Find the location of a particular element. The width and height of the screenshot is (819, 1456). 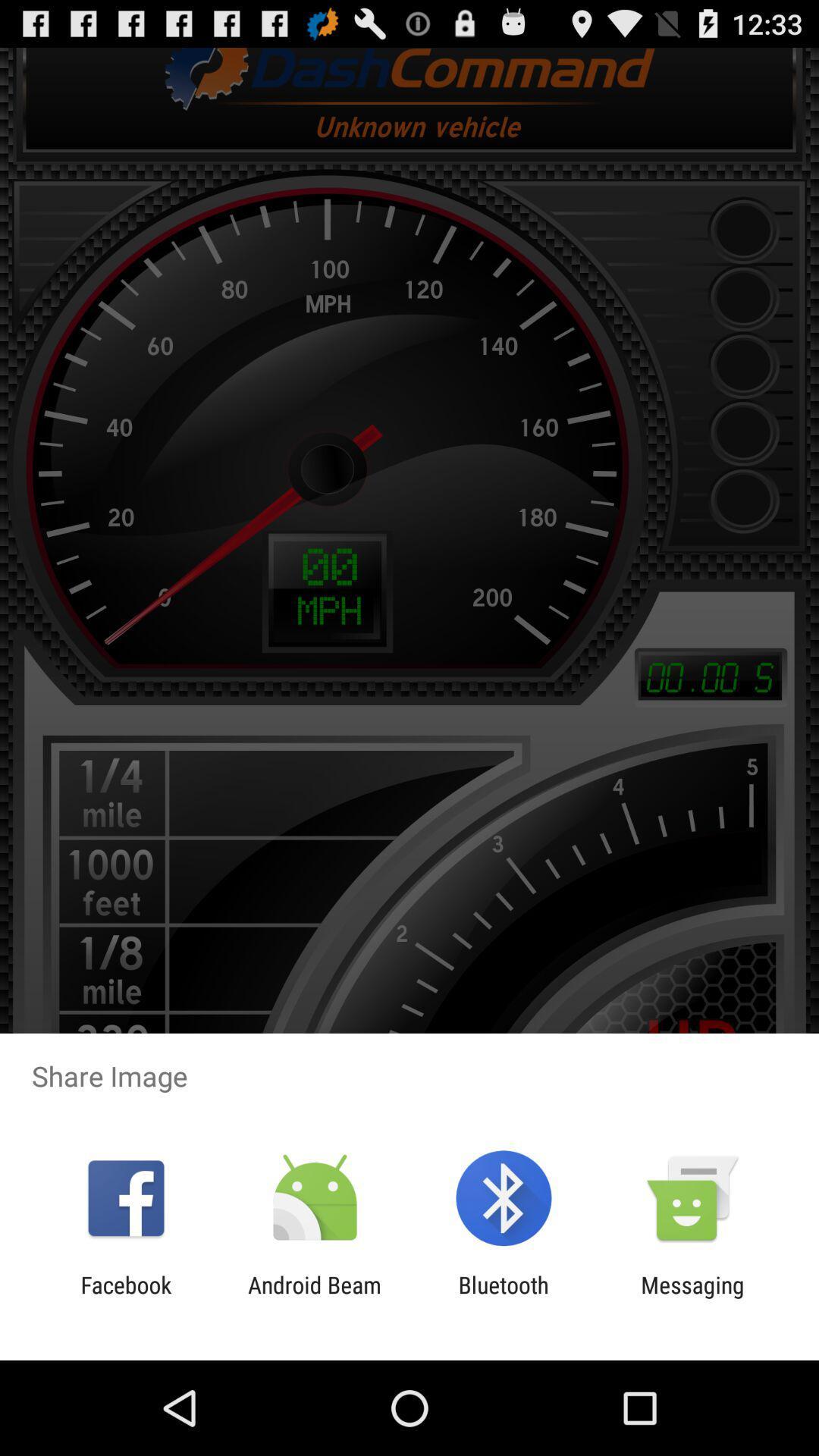

app to the right of the android beam app is located at coordinates (504, 1298).